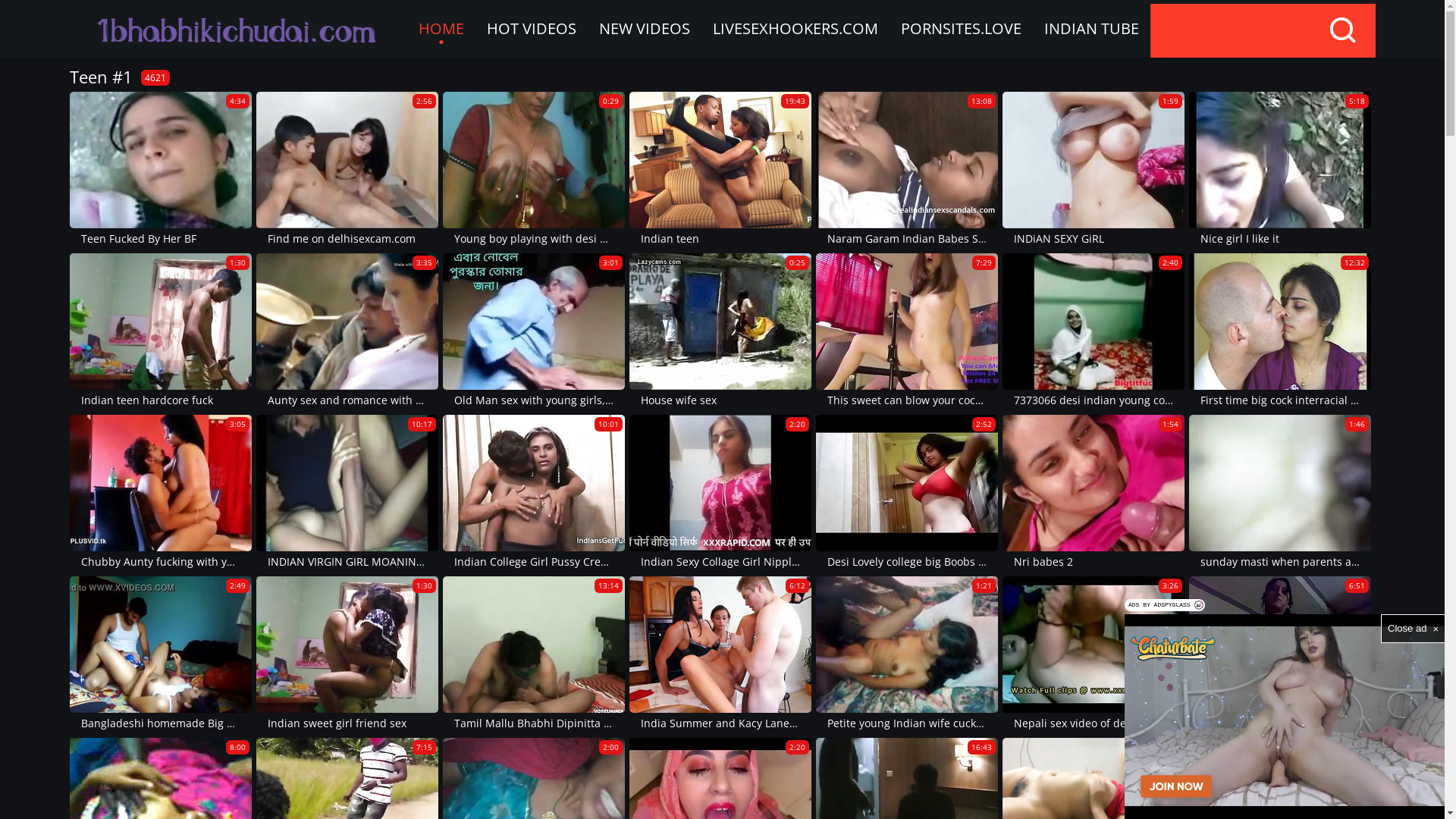 This screenshot has height=819, width=1456. What do you see at coordinates (629, 493) in the screenshot?
I see `'2:20` at bounding box center [629, 493].